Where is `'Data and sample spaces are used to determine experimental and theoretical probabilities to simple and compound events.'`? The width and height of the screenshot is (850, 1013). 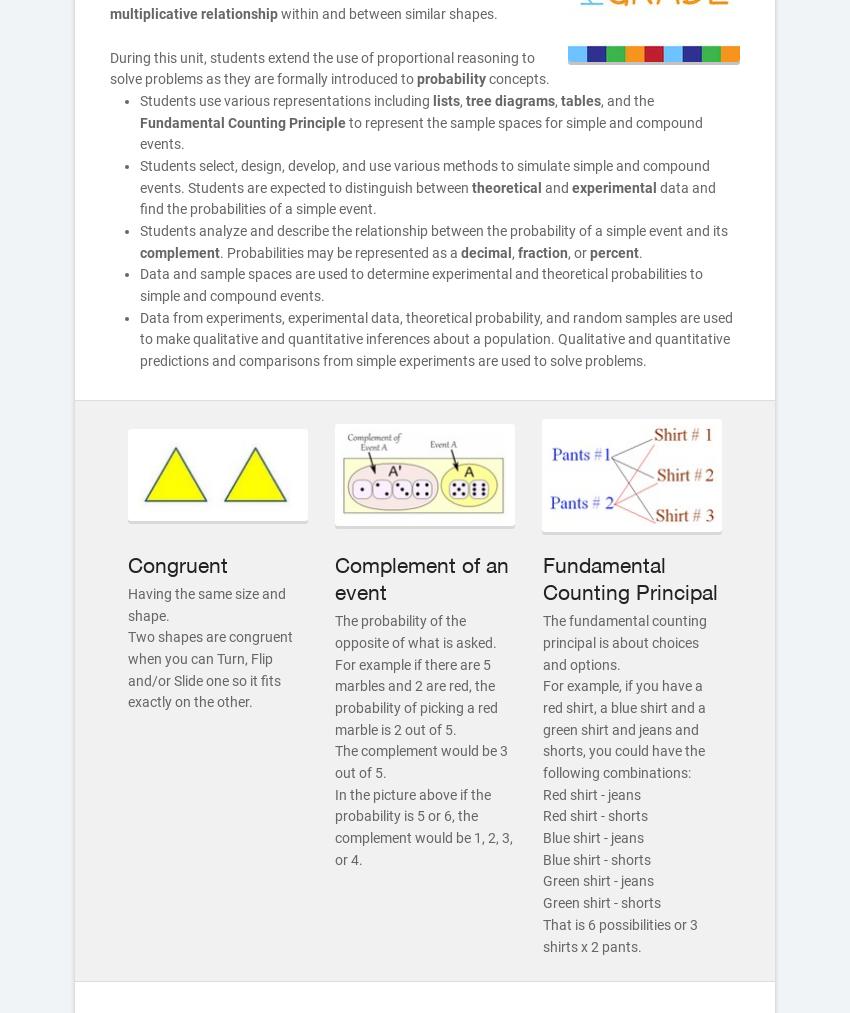 'Data and sample spaces are used to determine experimental and theoretical probabilities to simple and compound events.' is located at coordinates (421, 283).